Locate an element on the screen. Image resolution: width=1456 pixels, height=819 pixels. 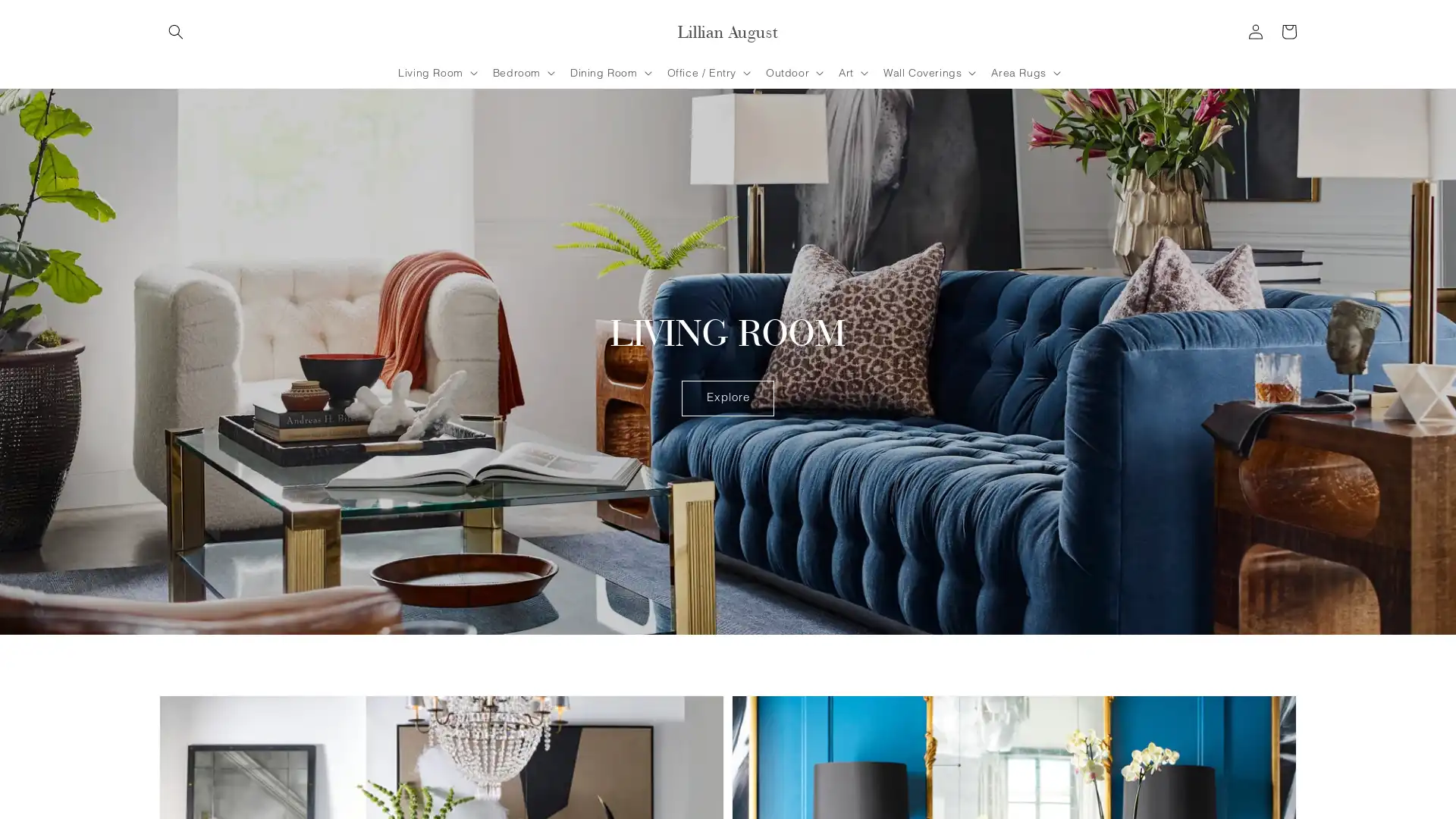
Bedroom is located at coordinates (521, 72).